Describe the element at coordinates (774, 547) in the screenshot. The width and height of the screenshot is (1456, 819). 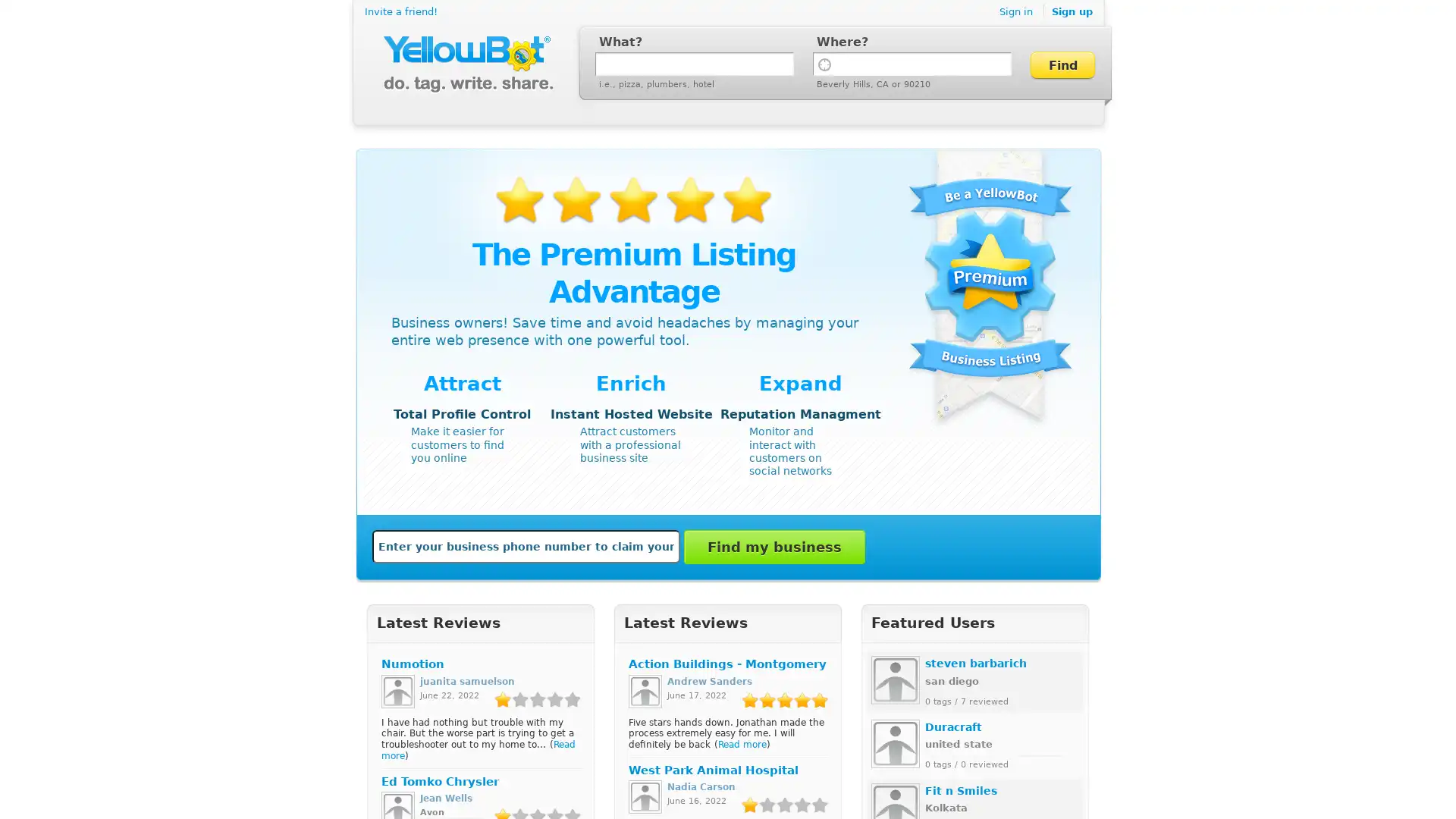
I see `Find my business` at that location.